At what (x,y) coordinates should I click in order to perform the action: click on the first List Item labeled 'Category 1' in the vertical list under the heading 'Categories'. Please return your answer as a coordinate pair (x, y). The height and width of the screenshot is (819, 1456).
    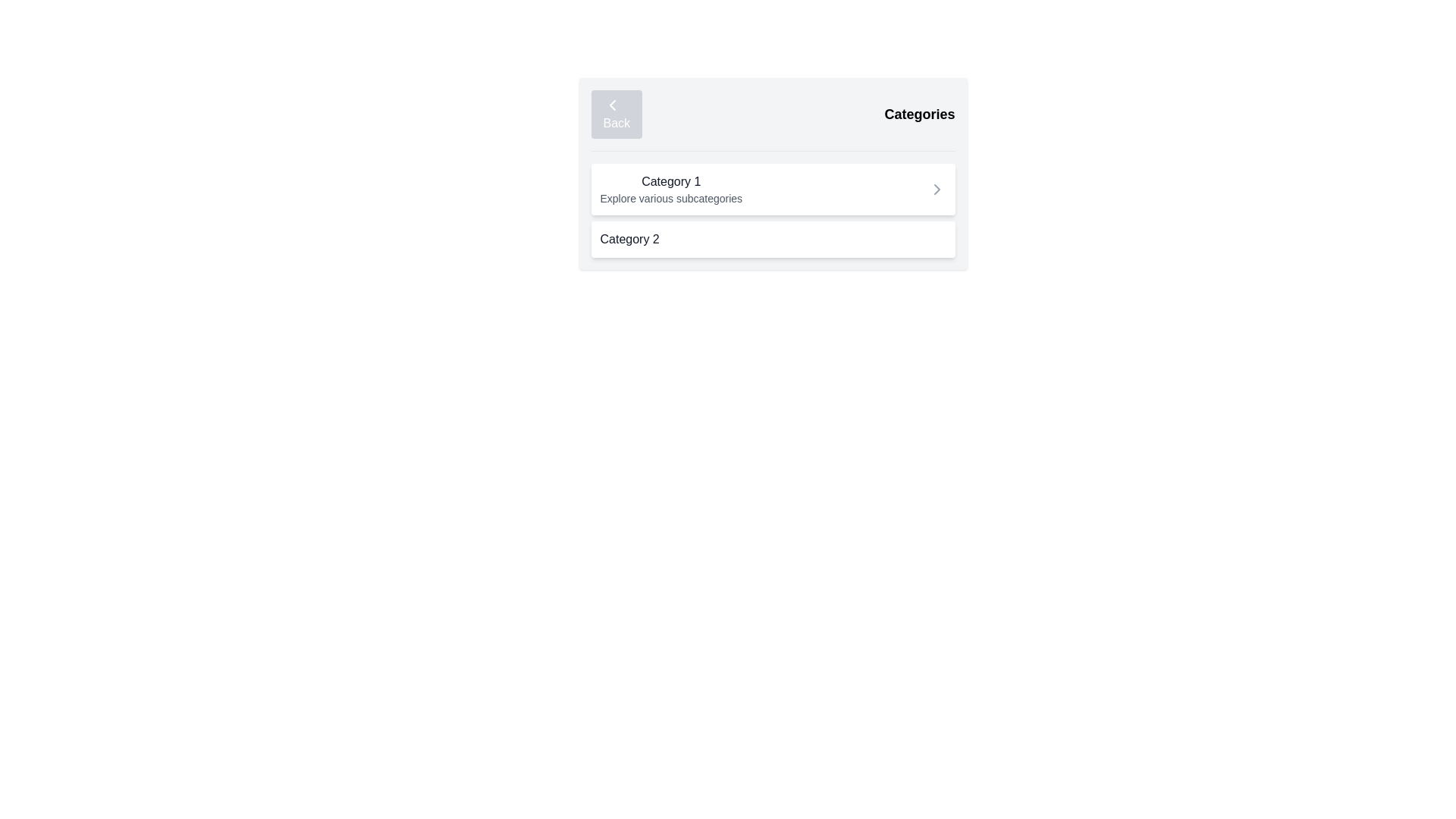
    Looking at the image, I should click on (773, 210).